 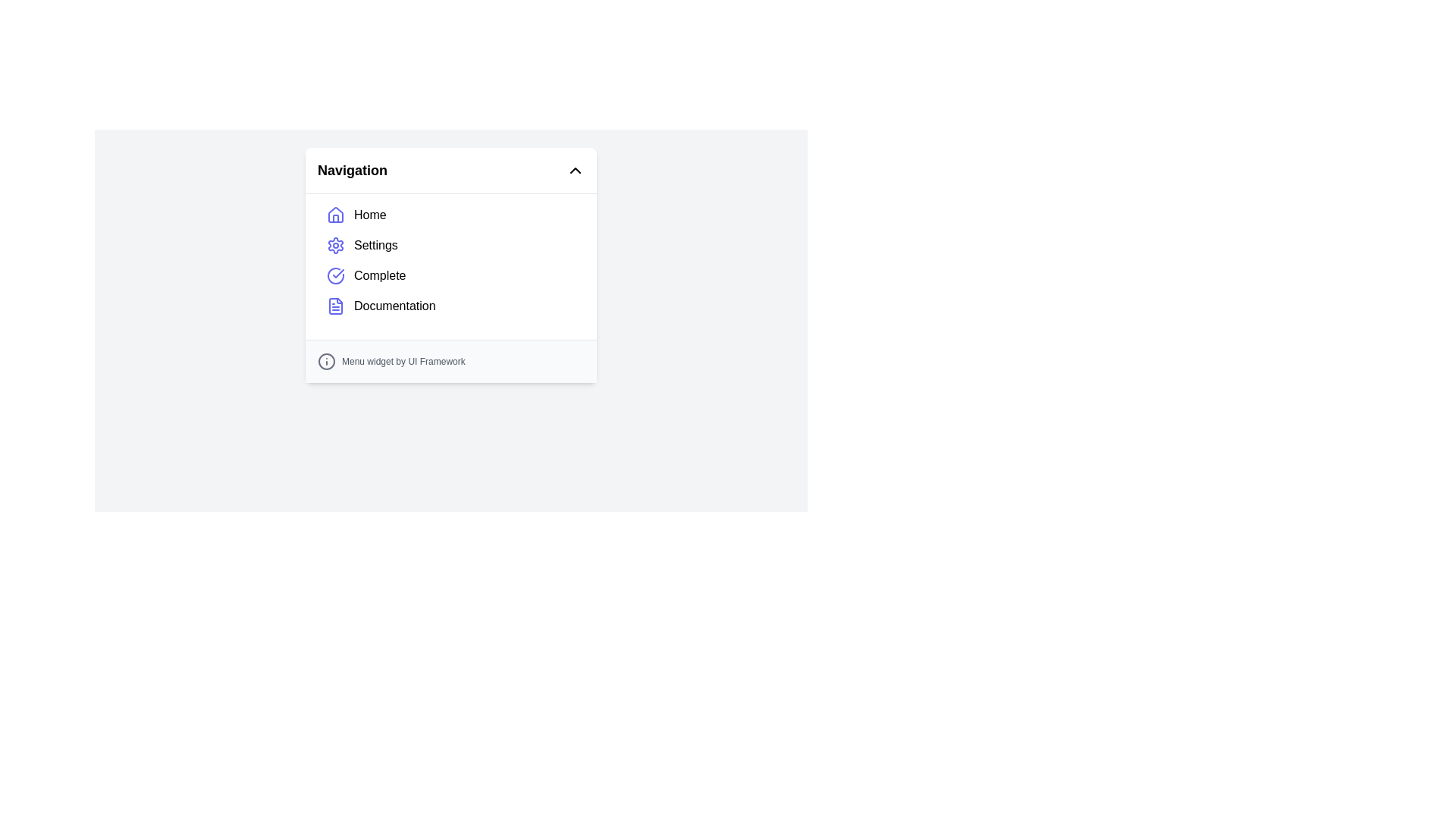 What do you see at coordinates (450, 215) in the screenshot?
I see `the 'Home' button in the navigation options` at bounding box center [450, 215].